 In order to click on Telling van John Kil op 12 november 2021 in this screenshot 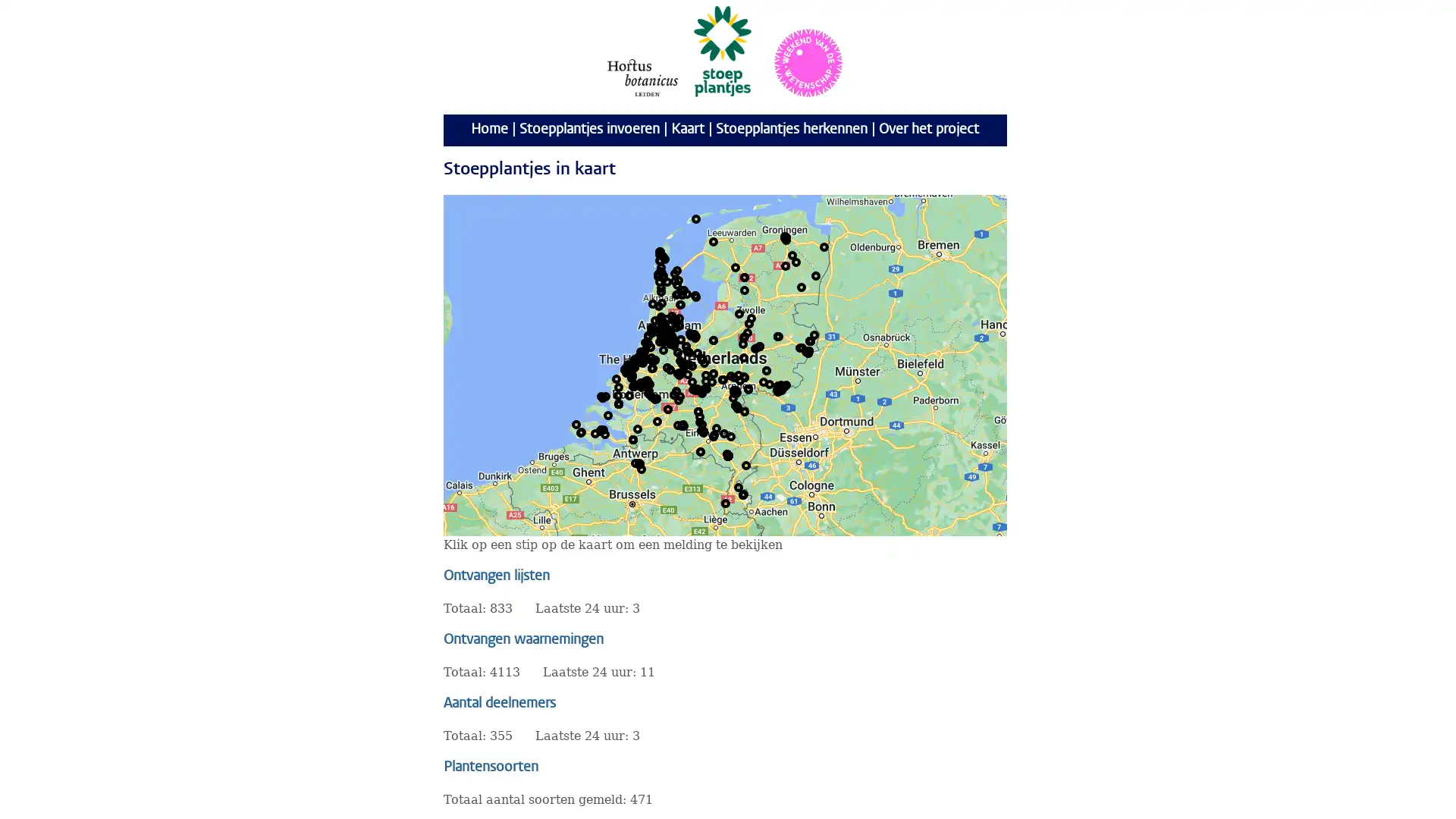, I will do `click(633, 438)`.